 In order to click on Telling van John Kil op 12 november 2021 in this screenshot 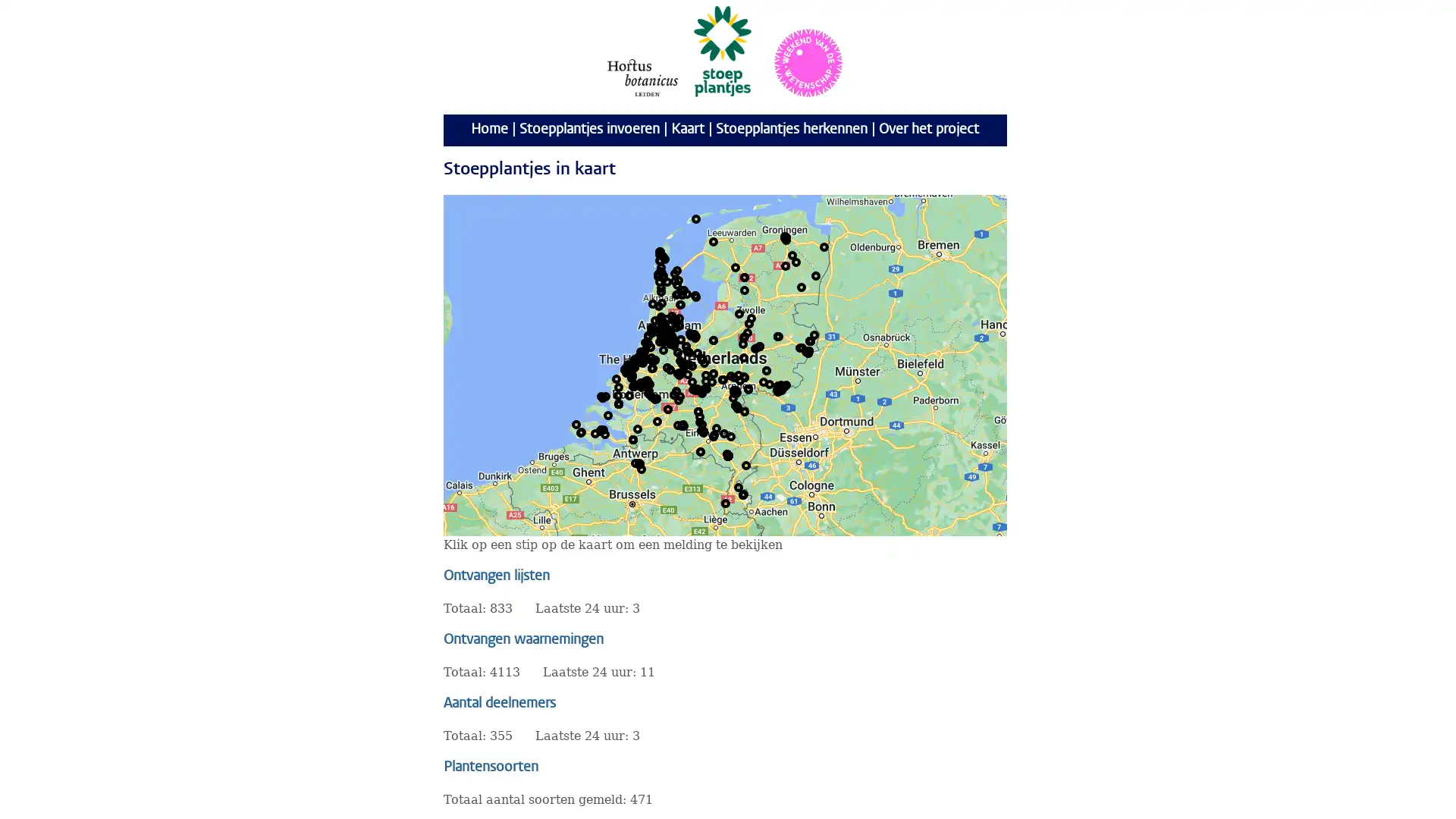, I will do `click(633, 438)`.